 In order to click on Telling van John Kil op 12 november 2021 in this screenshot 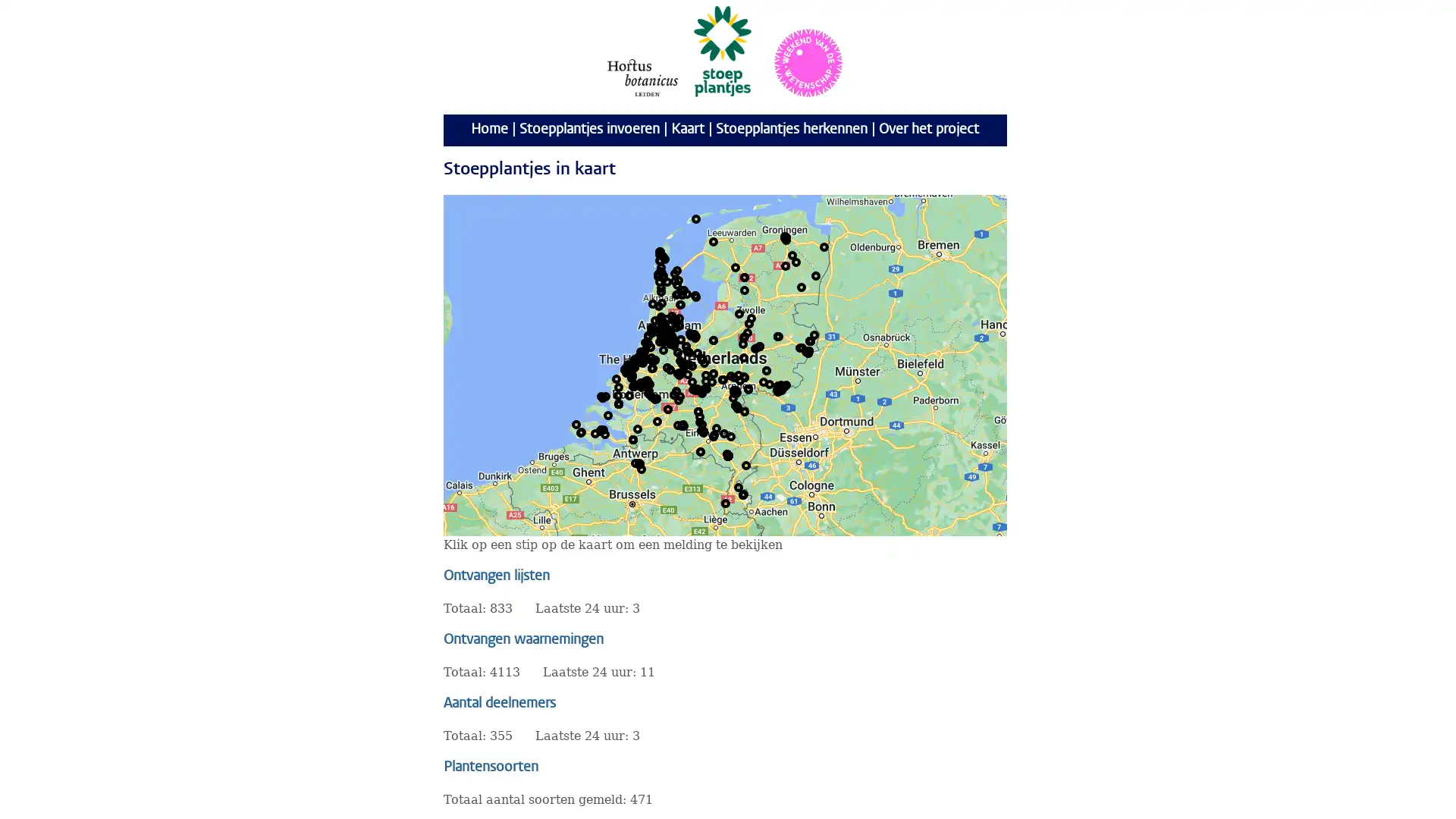, I will do `click(633, 438)`.